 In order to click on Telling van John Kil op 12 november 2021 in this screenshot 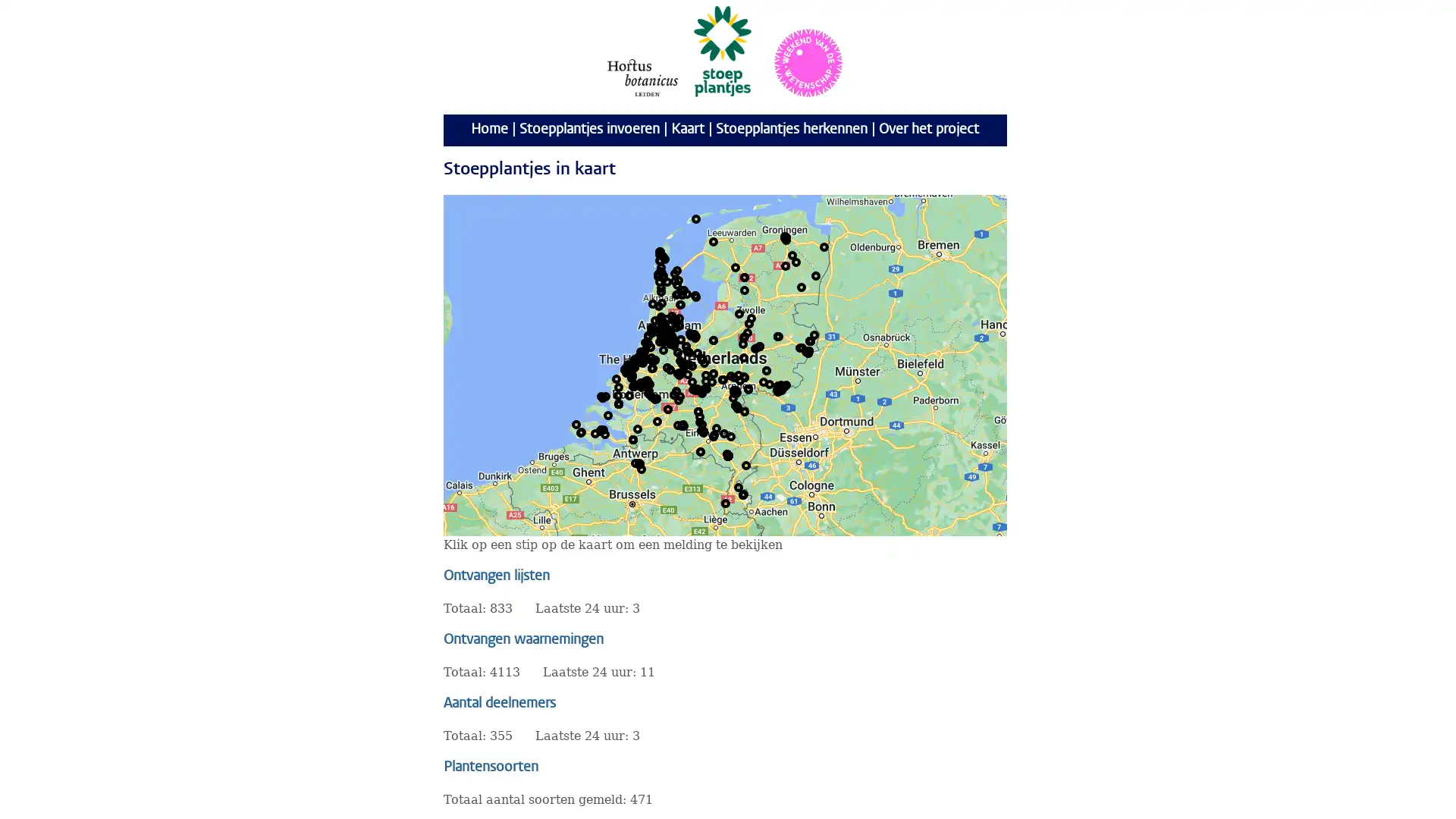, I will do `click(633, 438)`.